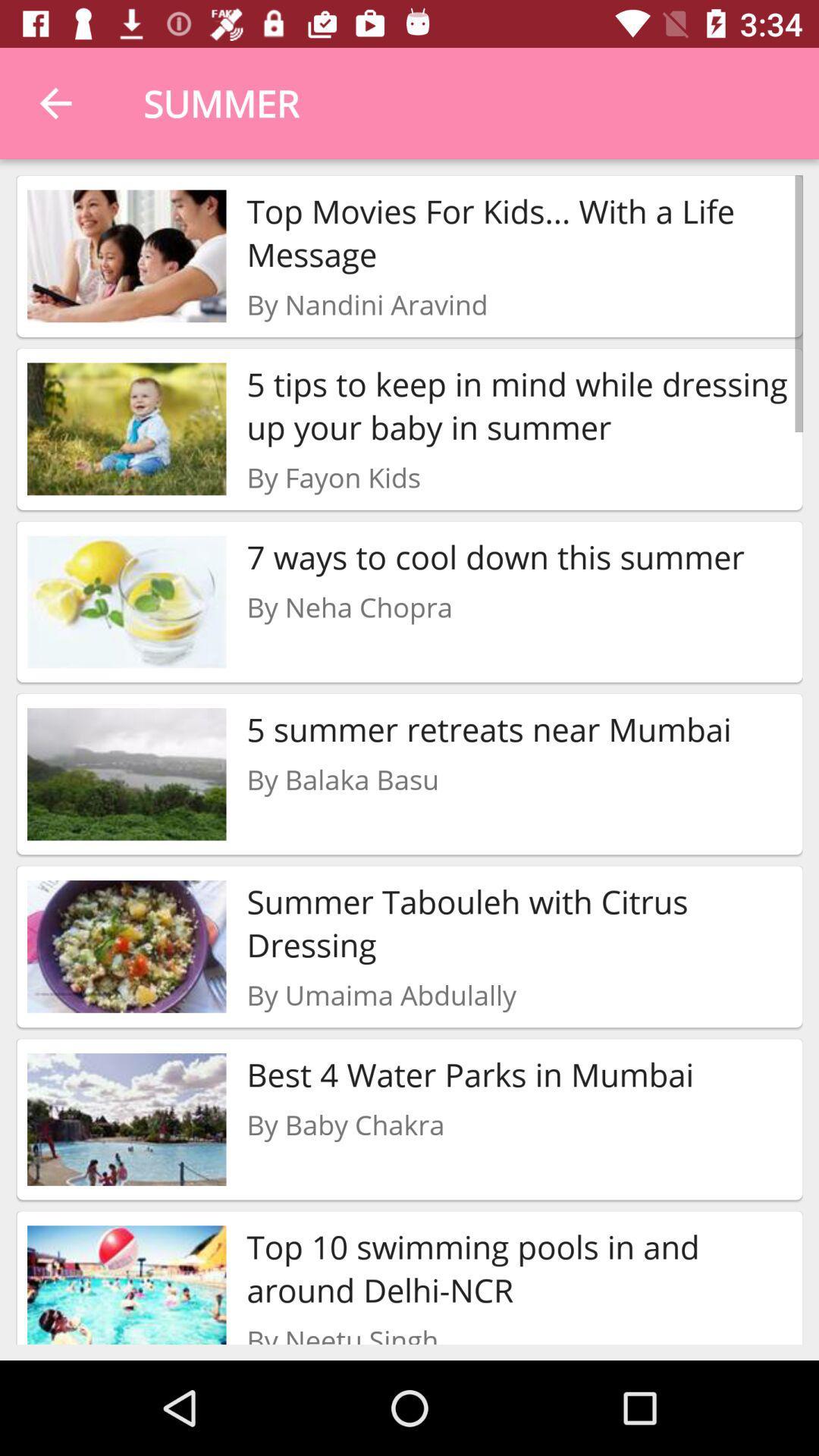 The height and width of the screenshot is (1456, 819). Describe the element at coordinates (343, 779) in the screenshot. I see `item above the summer tabouleh with item` at that location.